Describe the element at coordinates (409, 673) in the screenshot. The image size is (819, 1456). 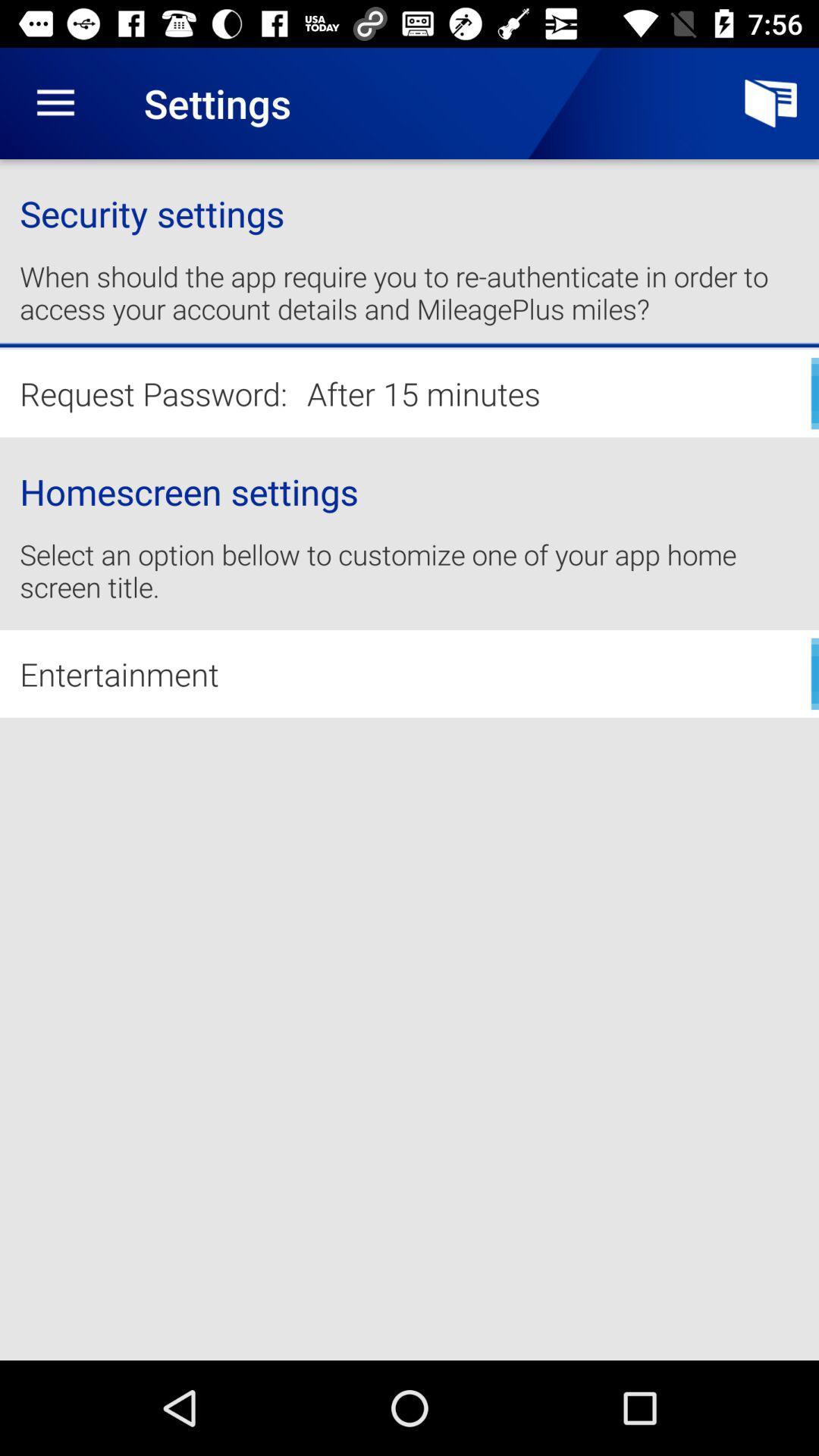
I see `the icon below the select an option item` at that location.